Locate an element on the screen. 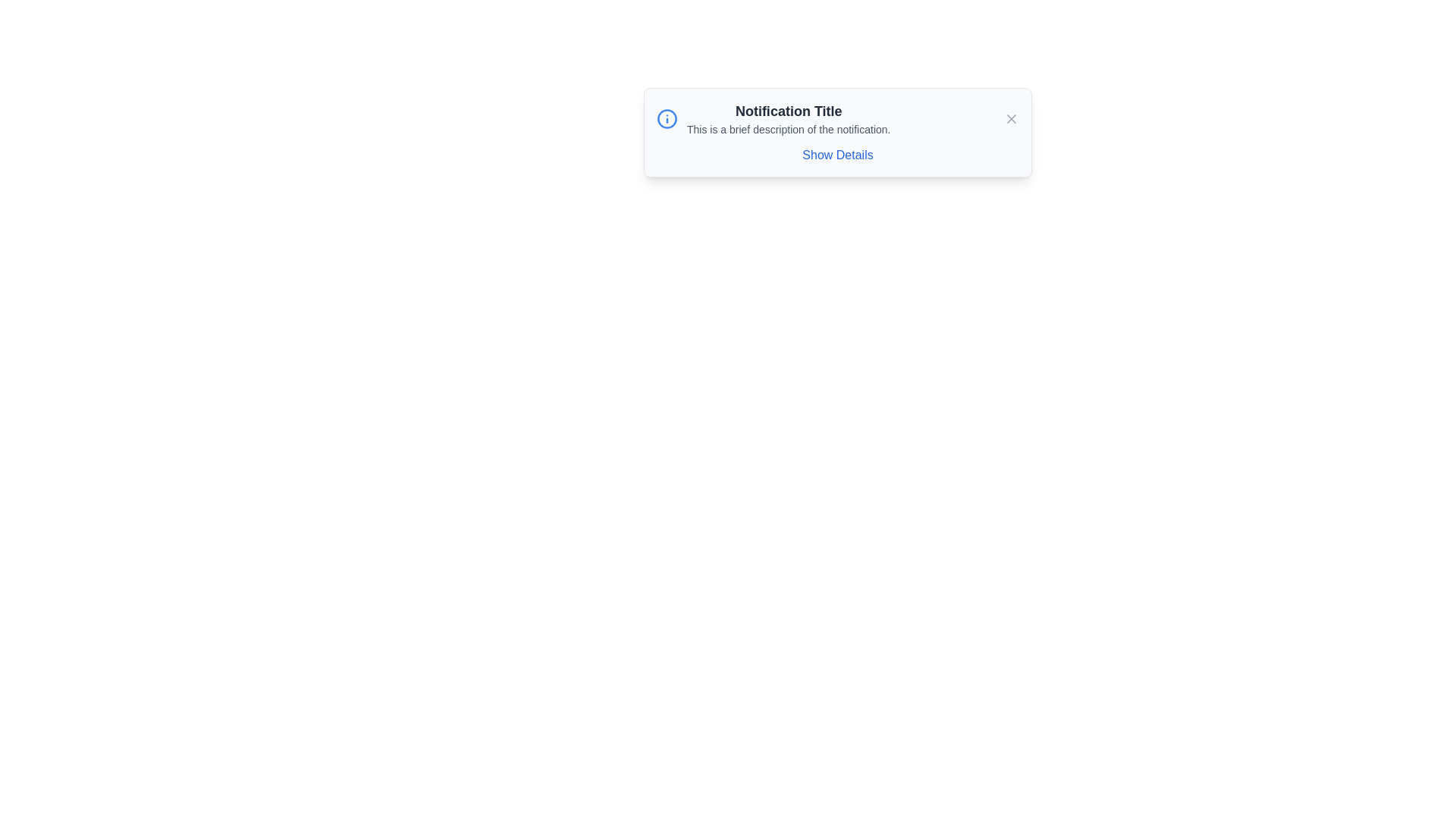 The width and height of the screenshot is (1456, 819). the hyperlink or button located at the bottom-center of the notification card is located at coordinates (836, 155).